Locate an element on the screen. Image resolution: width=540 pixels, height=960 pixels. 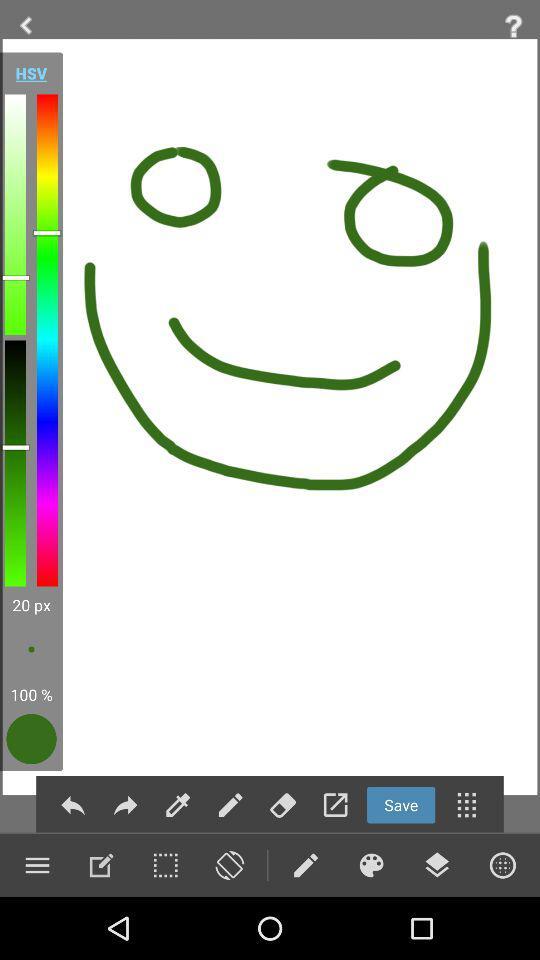
more option is located at coordinates (466, 805).